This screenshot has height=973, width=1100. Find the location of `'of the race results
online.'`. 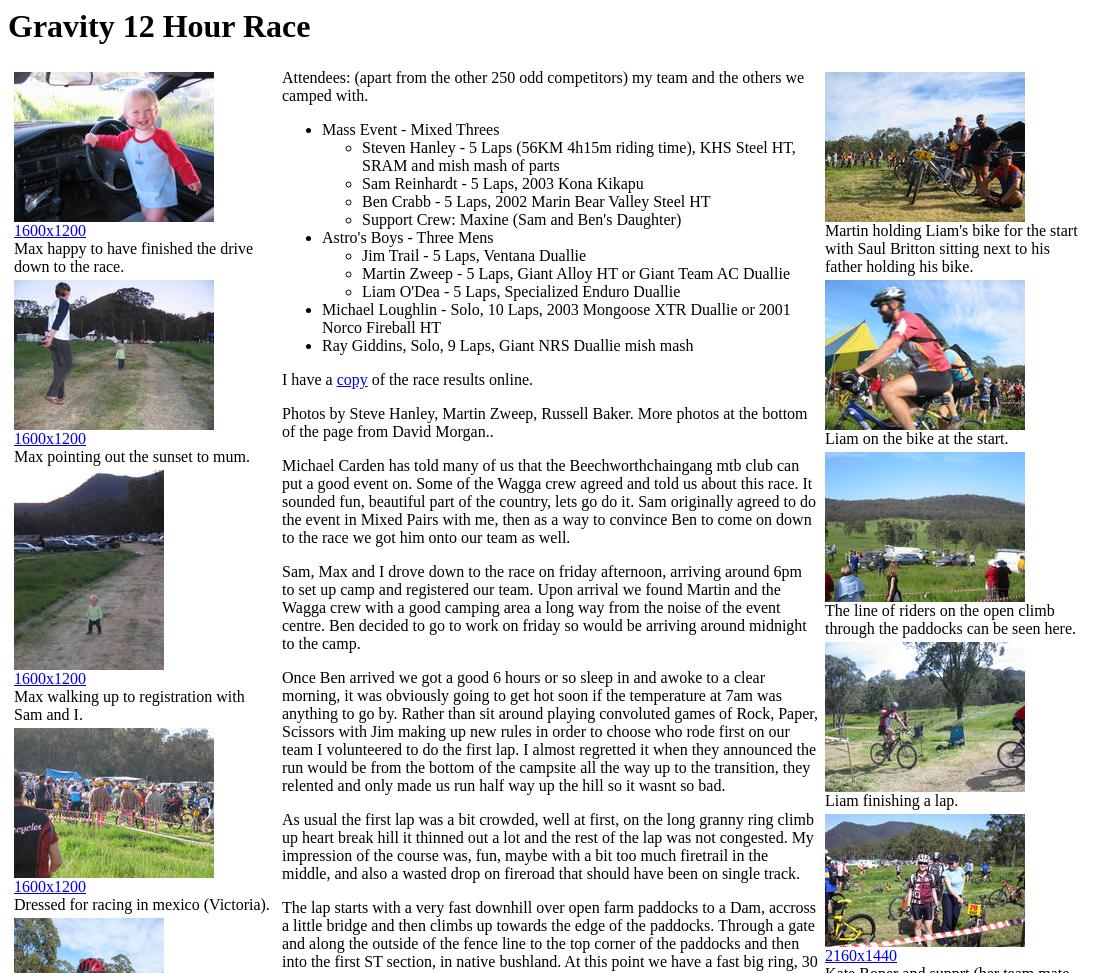

'of the race results
online.' is located at coordinates (449, 378).